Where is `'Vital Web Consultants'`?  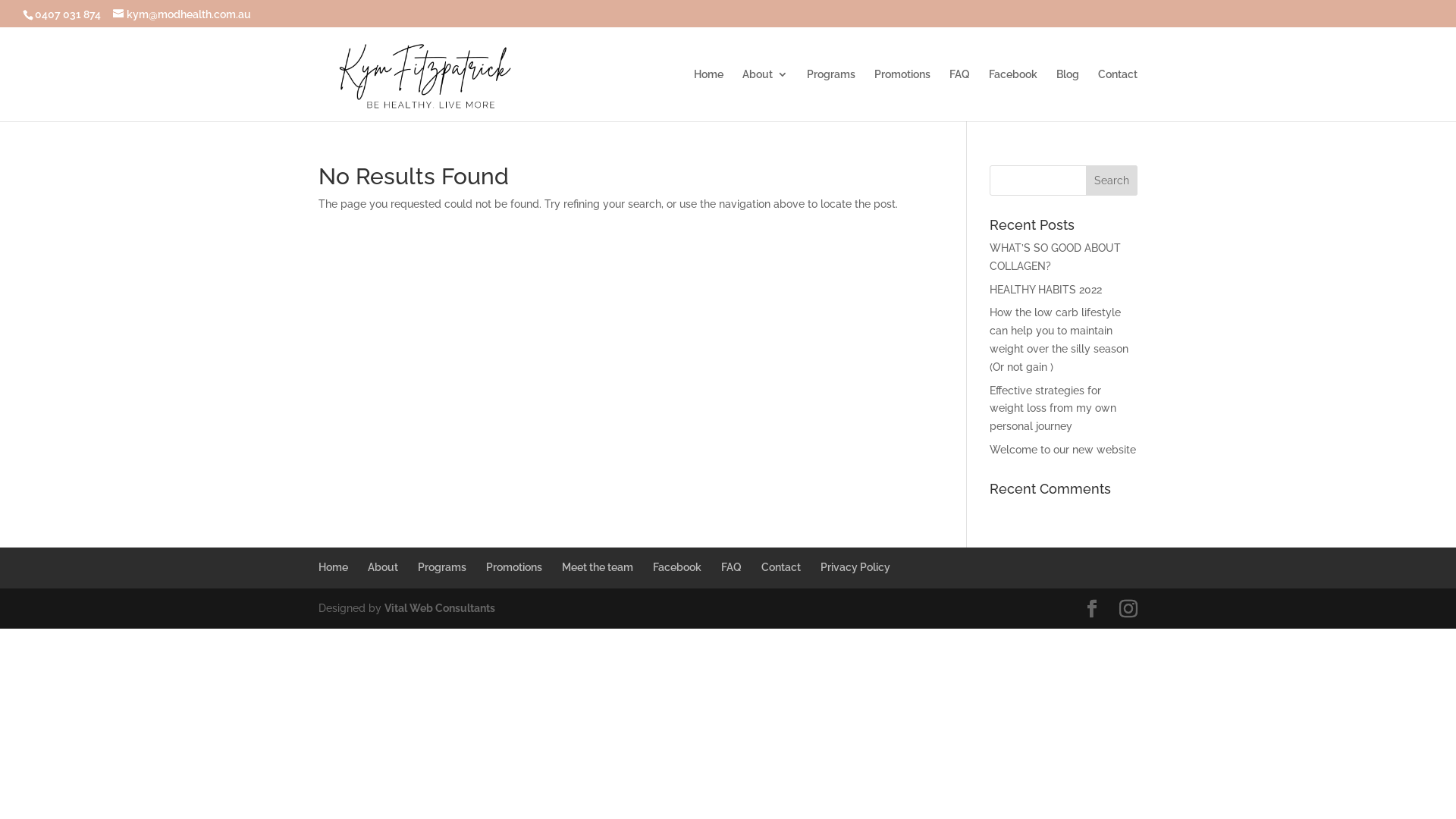
'Vital Web Consultants' is located at coordinates (439, 607).